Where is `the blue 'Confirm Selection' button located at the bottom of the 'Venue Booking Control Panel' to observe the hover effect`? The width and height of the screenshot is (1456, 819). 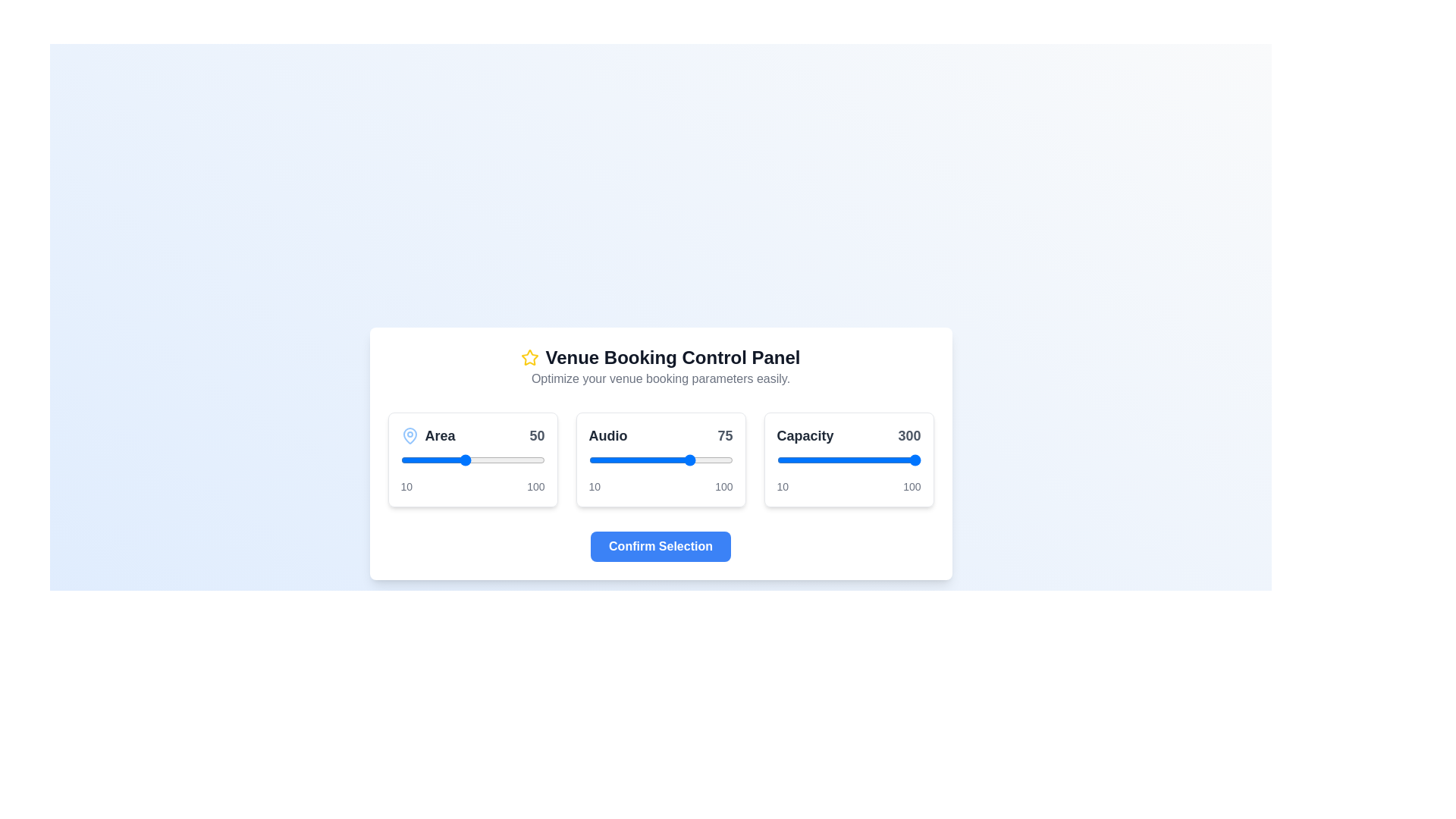 the blue 'Confirm Selection' button located at the bottom of the 'Venue Booking Control Panel' to observe the hover effect is located at coordinates (661, 546).